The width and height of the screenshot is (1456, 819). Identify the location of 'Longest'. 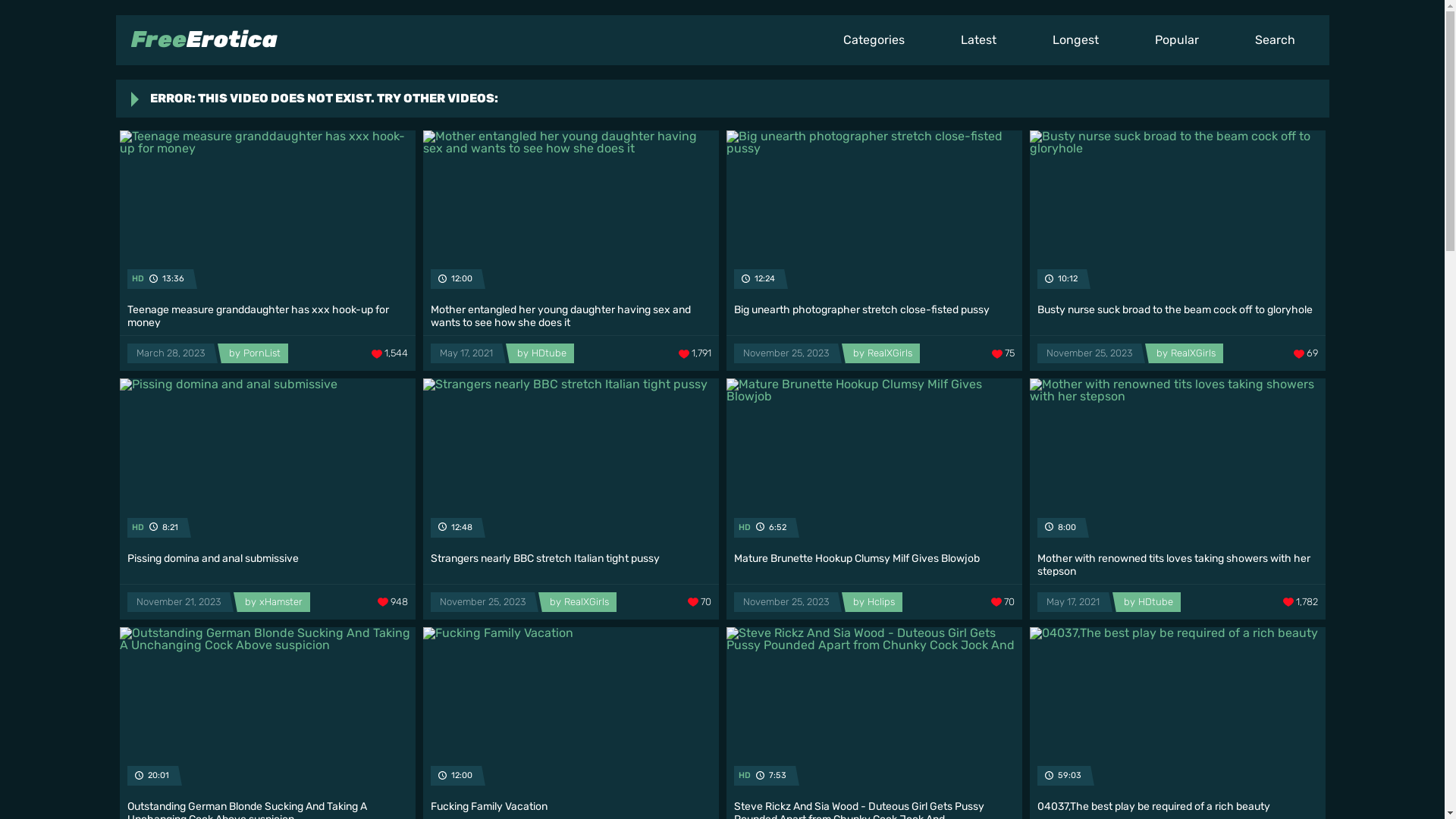
(1074, 39).